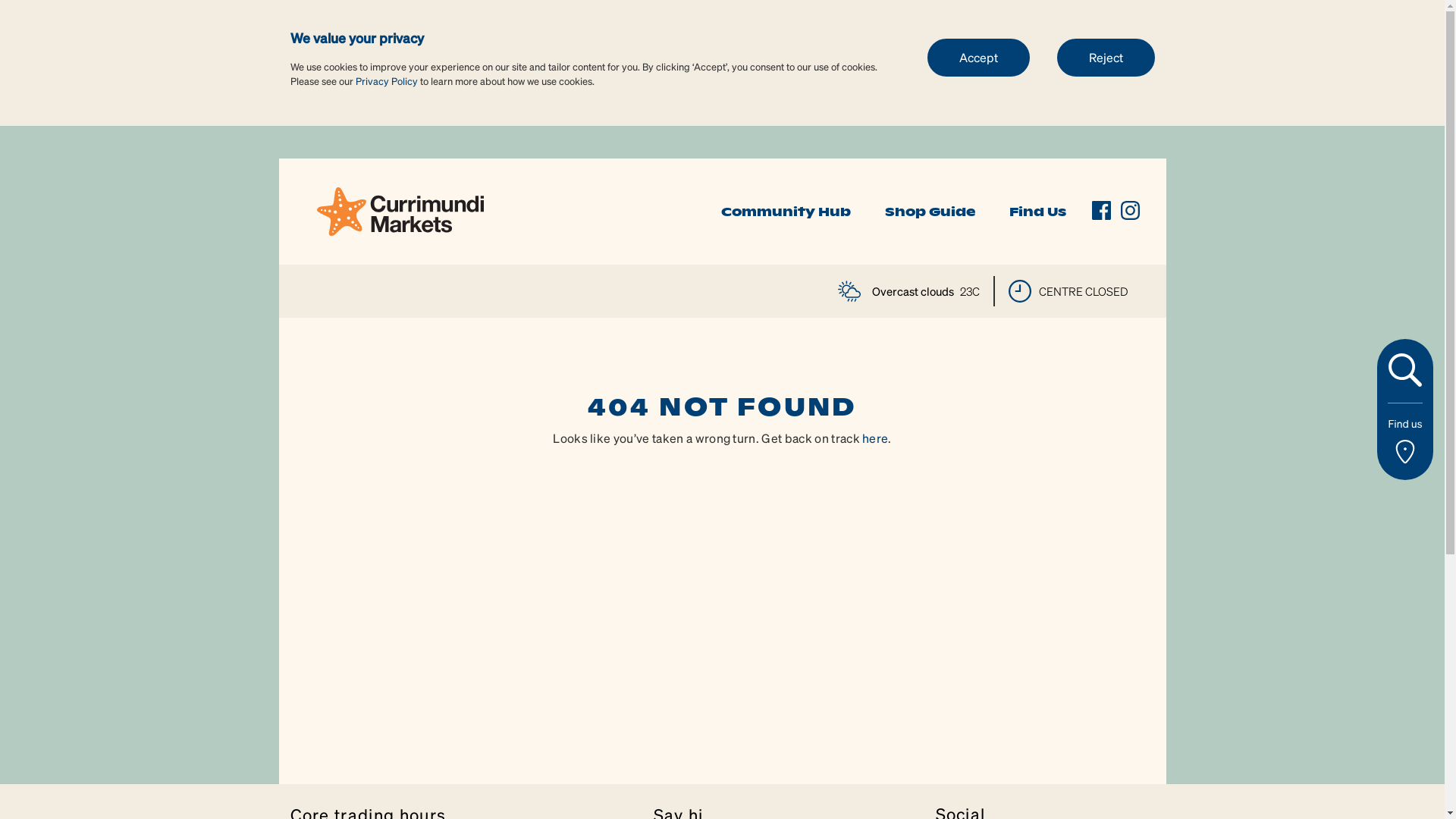 This screenshot has width=1456, height=819. What do you see at coordinates (874, 438) in the screenshot?
I see `'here'` at bounding box center [874, 438].